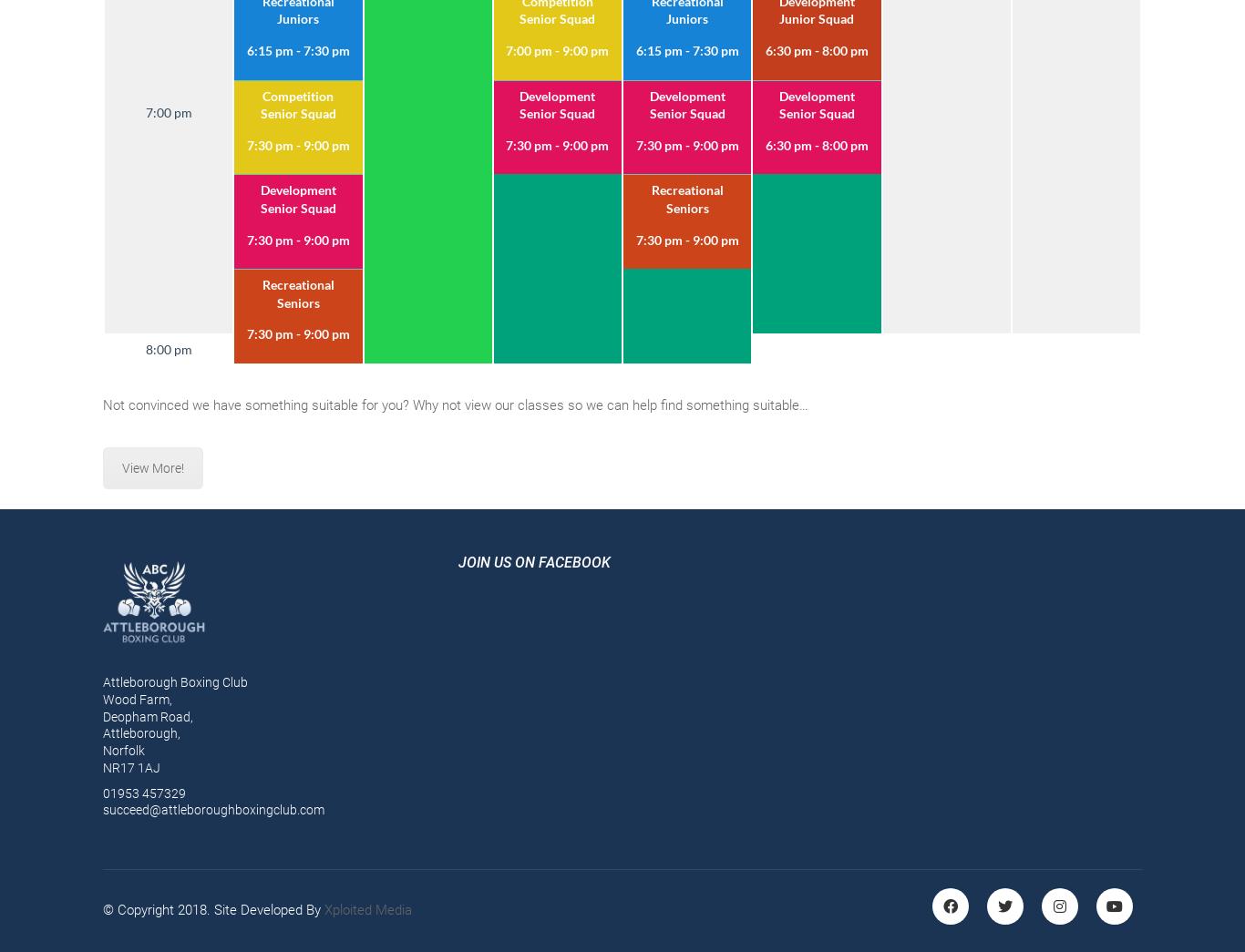  Describe the element at coordinates (167, 347) in the screenshot. I see `'8:00 pm'` at that location.